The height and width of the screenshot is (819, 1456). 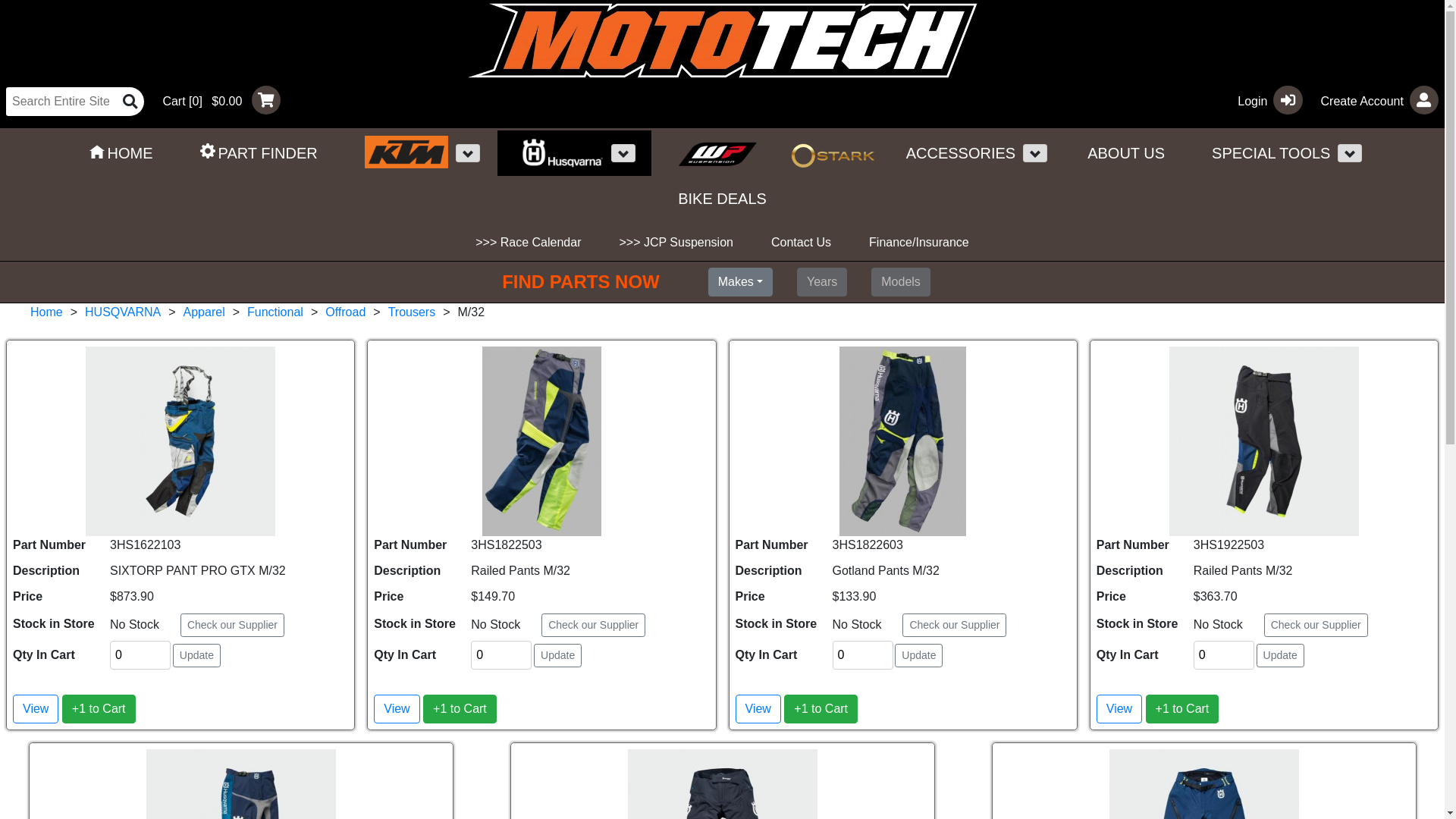 I want to click on 'Makes', so click(x=740, y=281).